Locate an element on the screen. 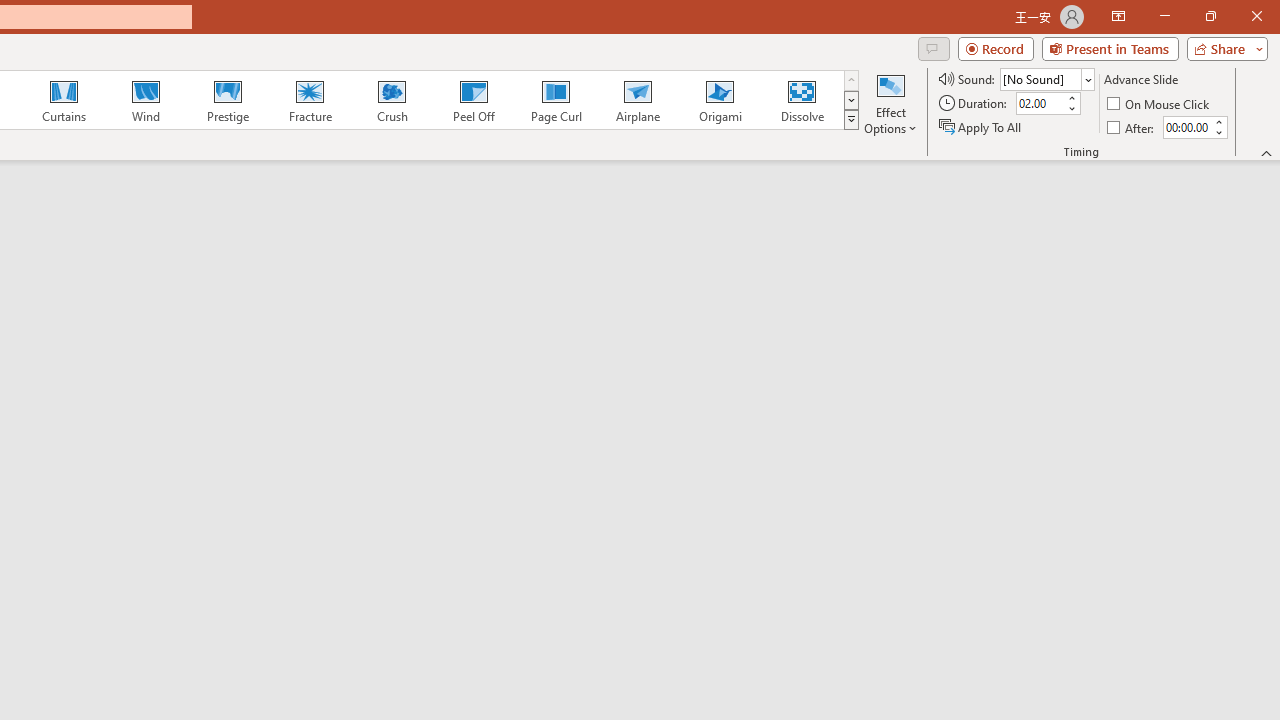  'Prestige' is located at coordinates (227, 100).